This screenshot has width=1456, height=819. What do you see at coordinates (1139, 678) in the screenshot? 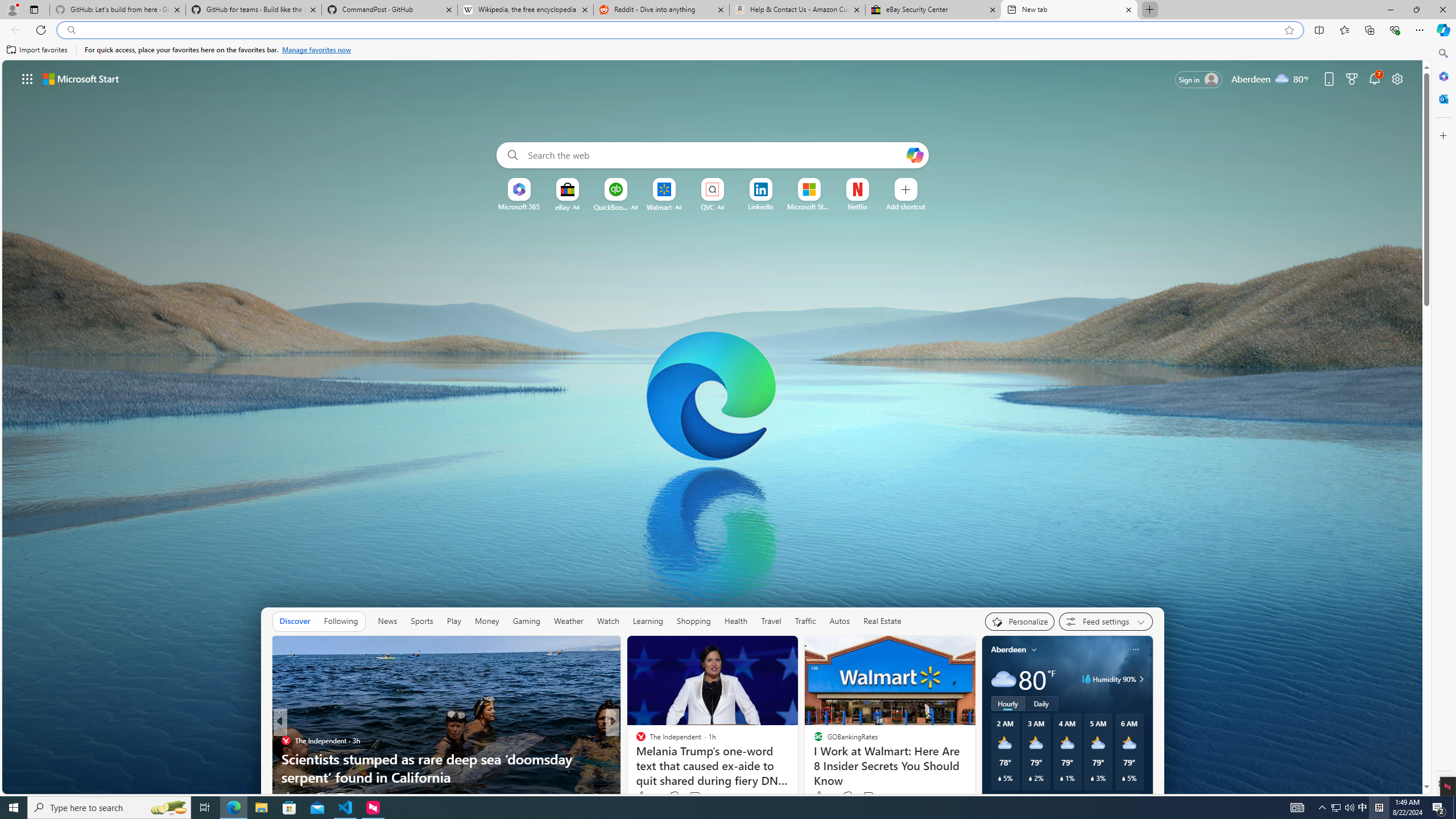
I see `'Humidity 90%'` at bounding box center [1139, 678].